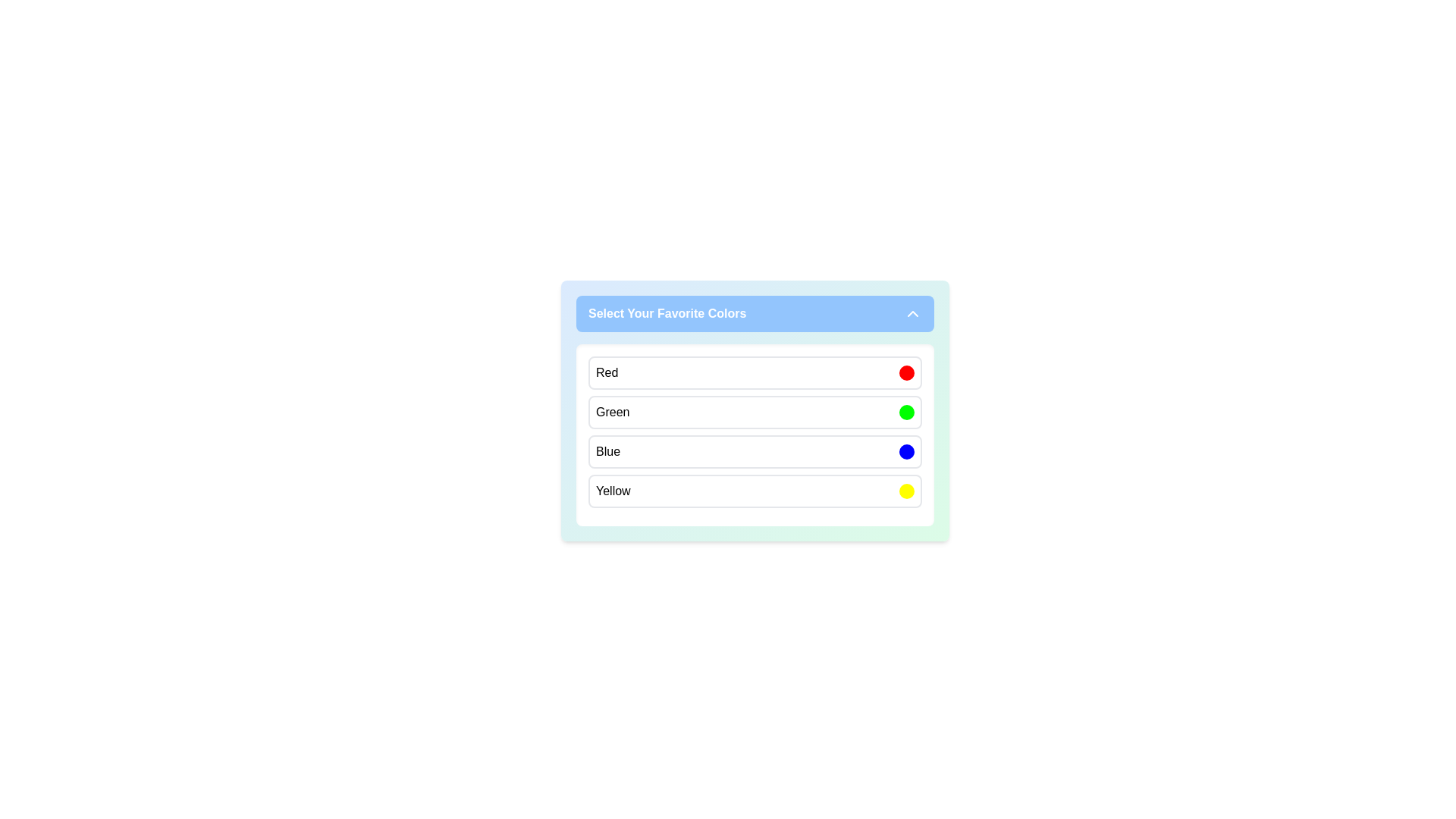 This screenshot has width=1456, height=819. Describe the element at coordinates (755, 373) in the screenshot. I see `the first selectable list item labeled 'Red'` at that location.